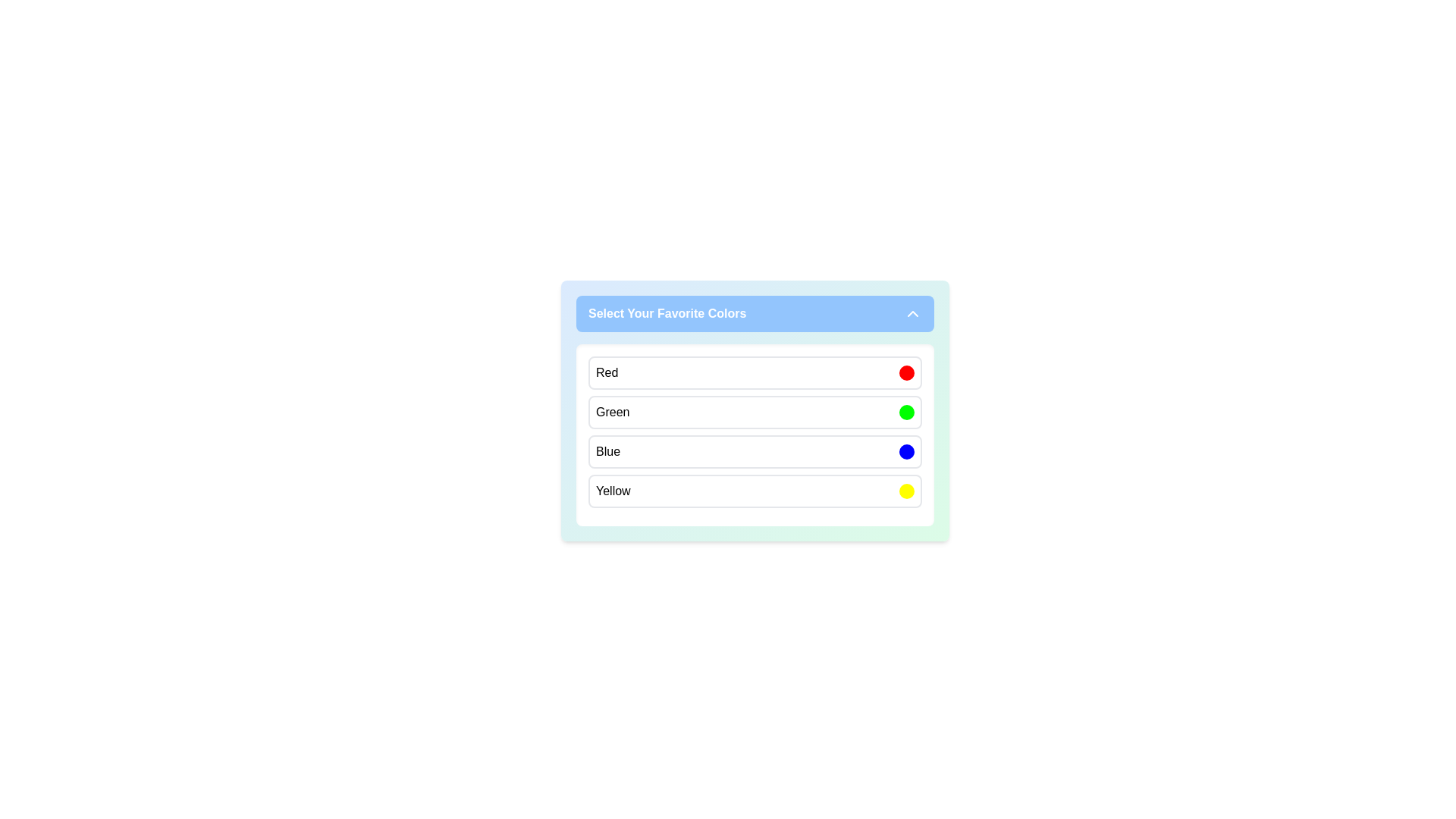 This screenshot has width=1456, height=819. Describe the element at coordinates (755, 373) in the screenshot. I see `the first selectable list item labeled 'Red'` at that location.